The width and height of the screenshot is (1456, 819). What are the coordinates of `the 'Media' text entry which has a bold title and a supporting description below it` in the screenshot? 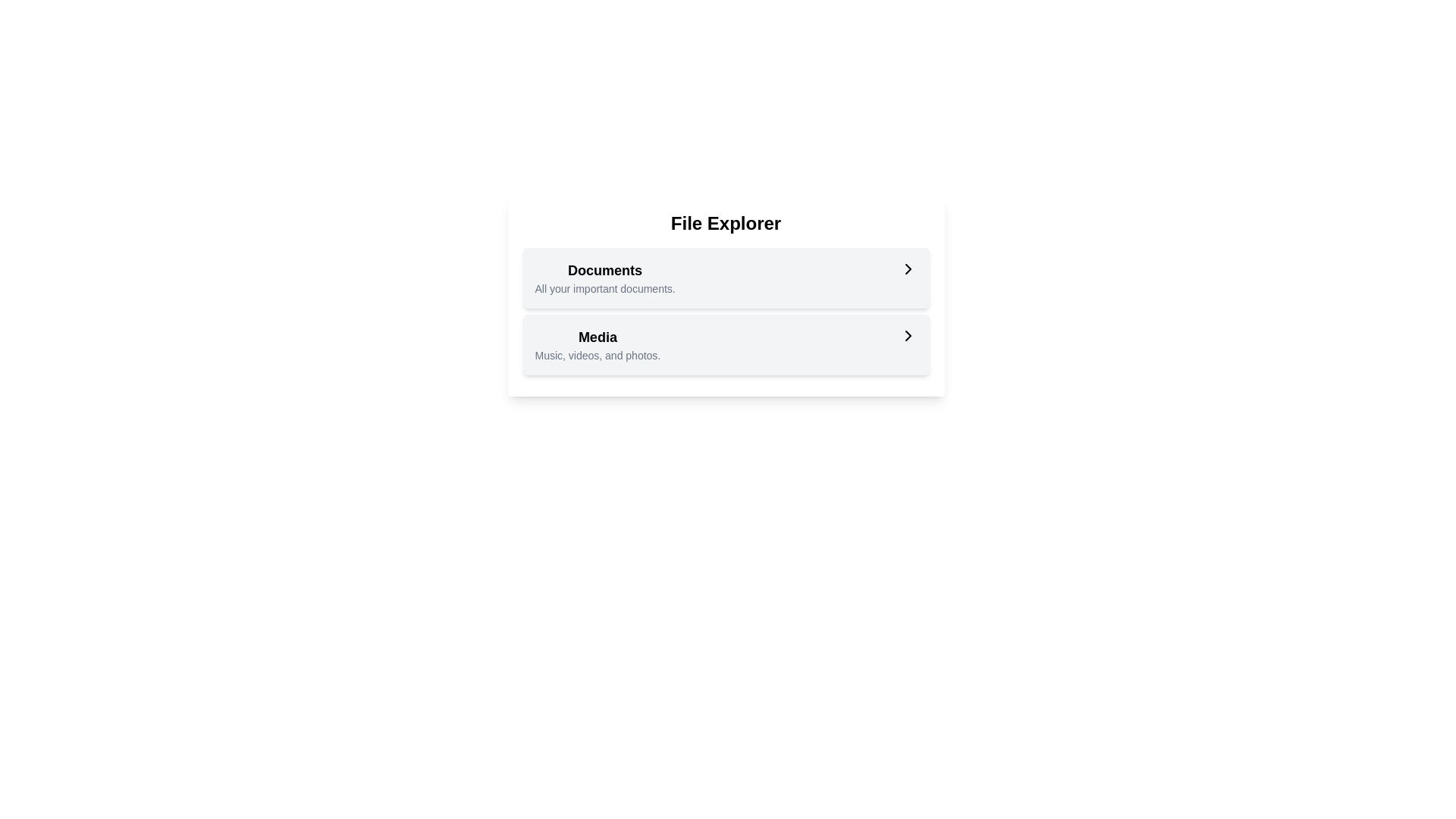 It's located at (597, 345).